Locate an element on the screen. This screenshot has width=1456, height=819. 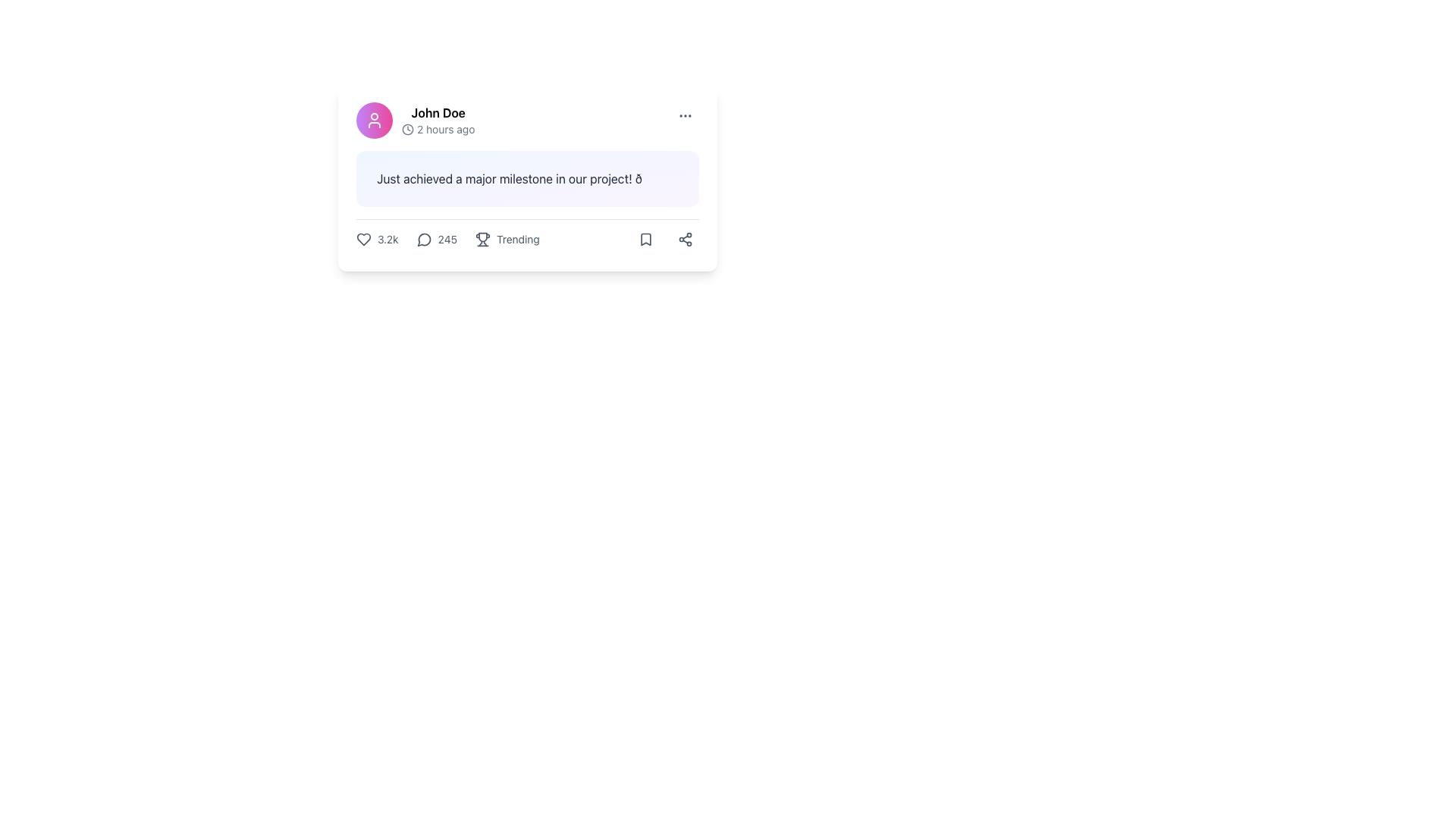
the text display with an icon that indicates the time elapsed since the post was created or last updated, located in the post header area to the right of the user name 'John Doe' is located at coordinates (438, 128).